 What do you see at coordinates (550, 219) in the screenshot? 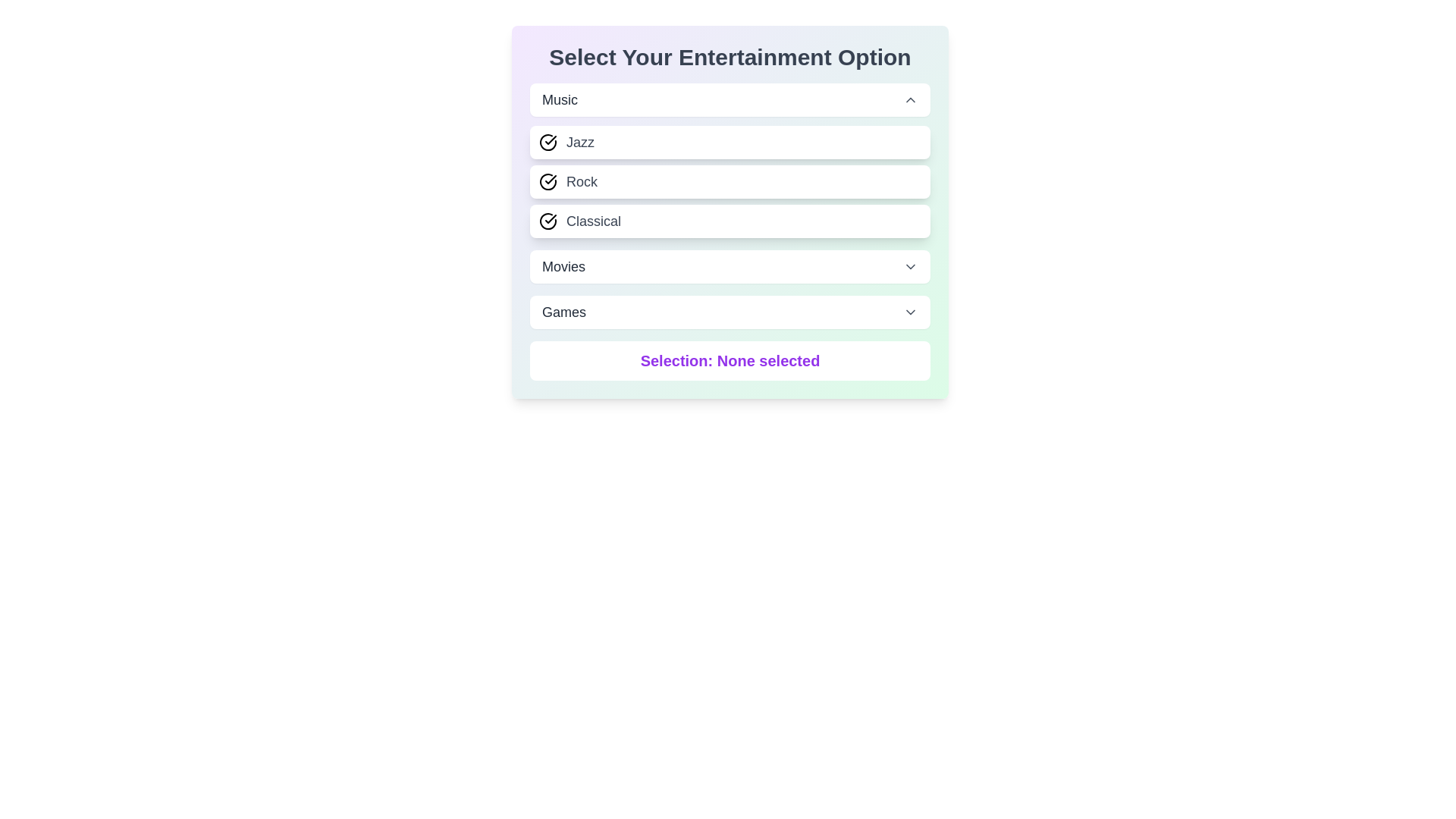
I see `the SVG checkmark icon that indicates the 'Classical' option is selected in the 'Music' dropdown menu` at bounding box center [550, 219].